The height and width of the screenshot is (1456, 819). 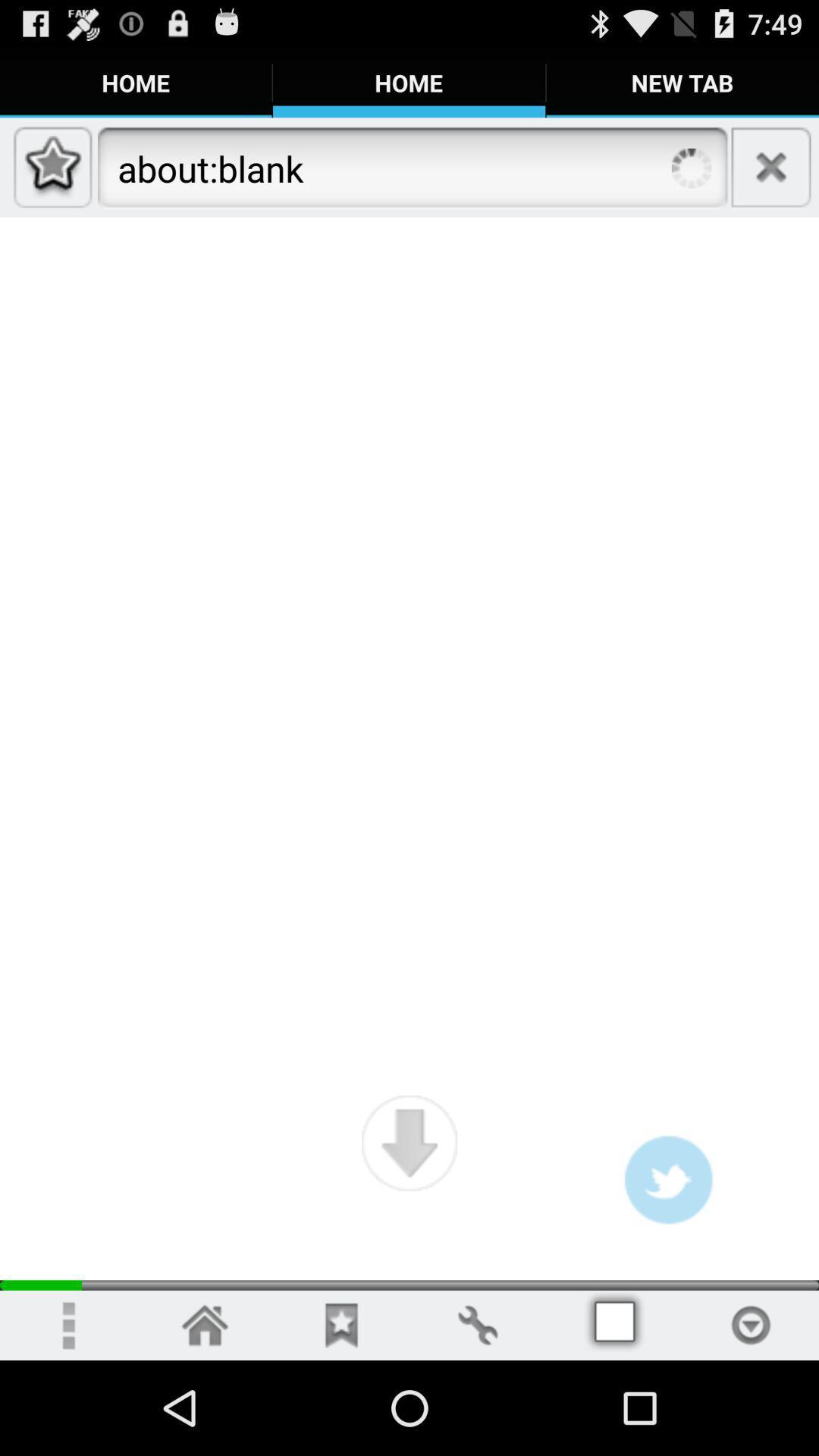 I want to click on the arrow_downward icon, so click(x=409, y=1223).